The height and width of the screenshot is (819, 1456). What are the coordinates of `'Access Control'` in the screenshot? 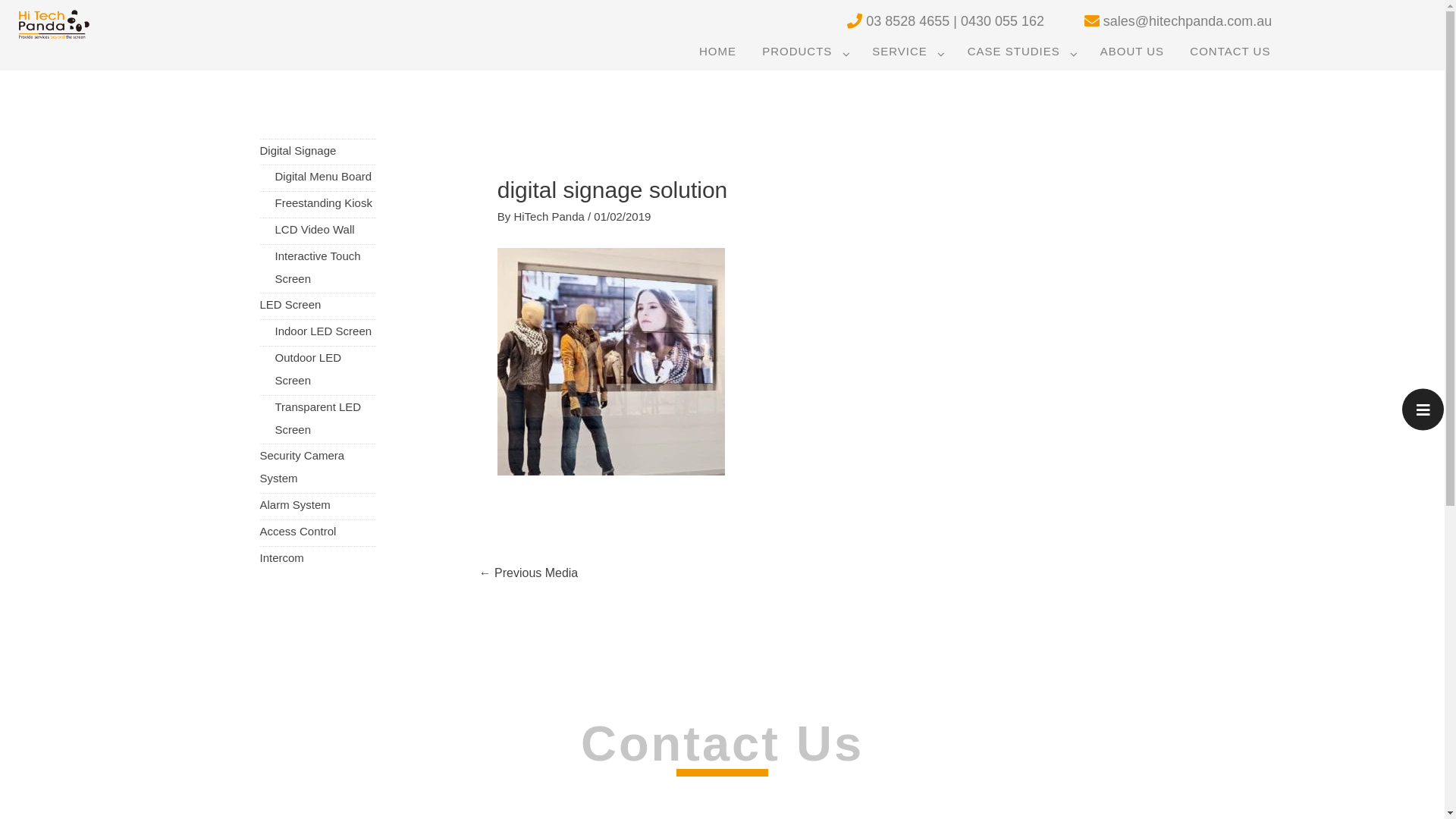 It's located at (259, 530).